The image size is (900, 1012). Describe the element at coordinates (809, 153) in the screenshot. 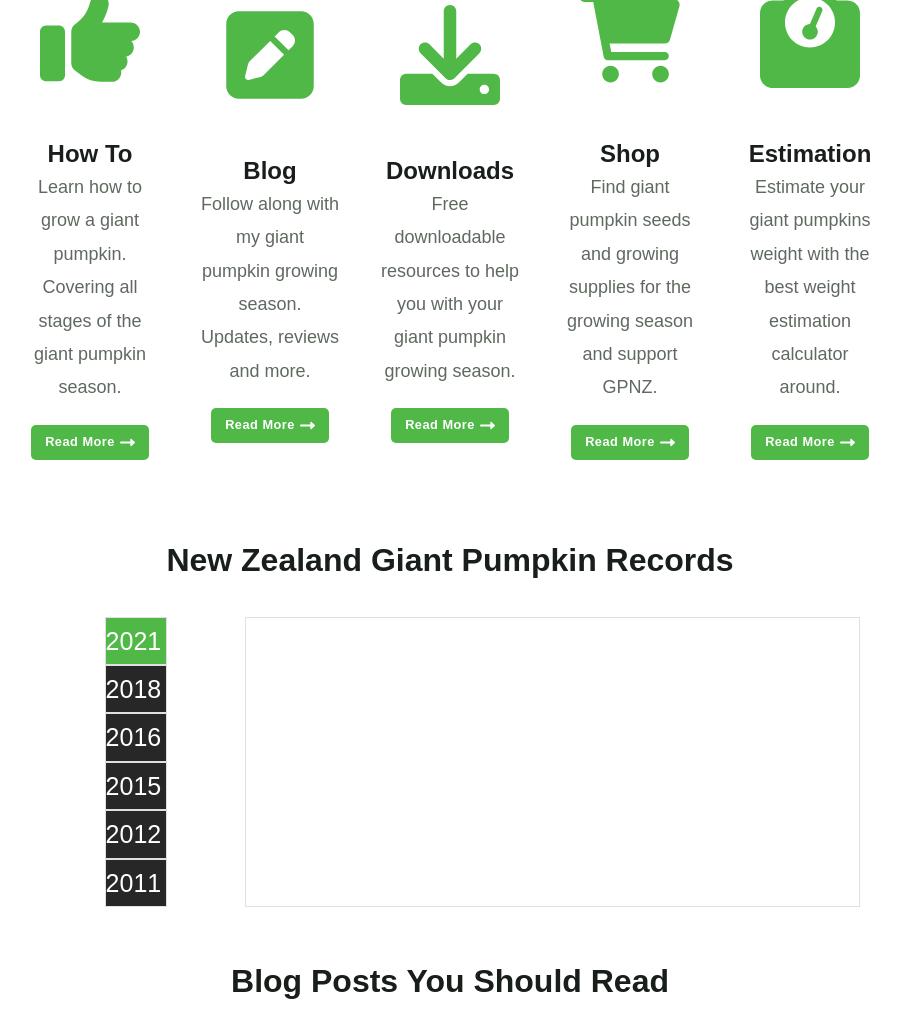

I see `'Estimation'` at that location.